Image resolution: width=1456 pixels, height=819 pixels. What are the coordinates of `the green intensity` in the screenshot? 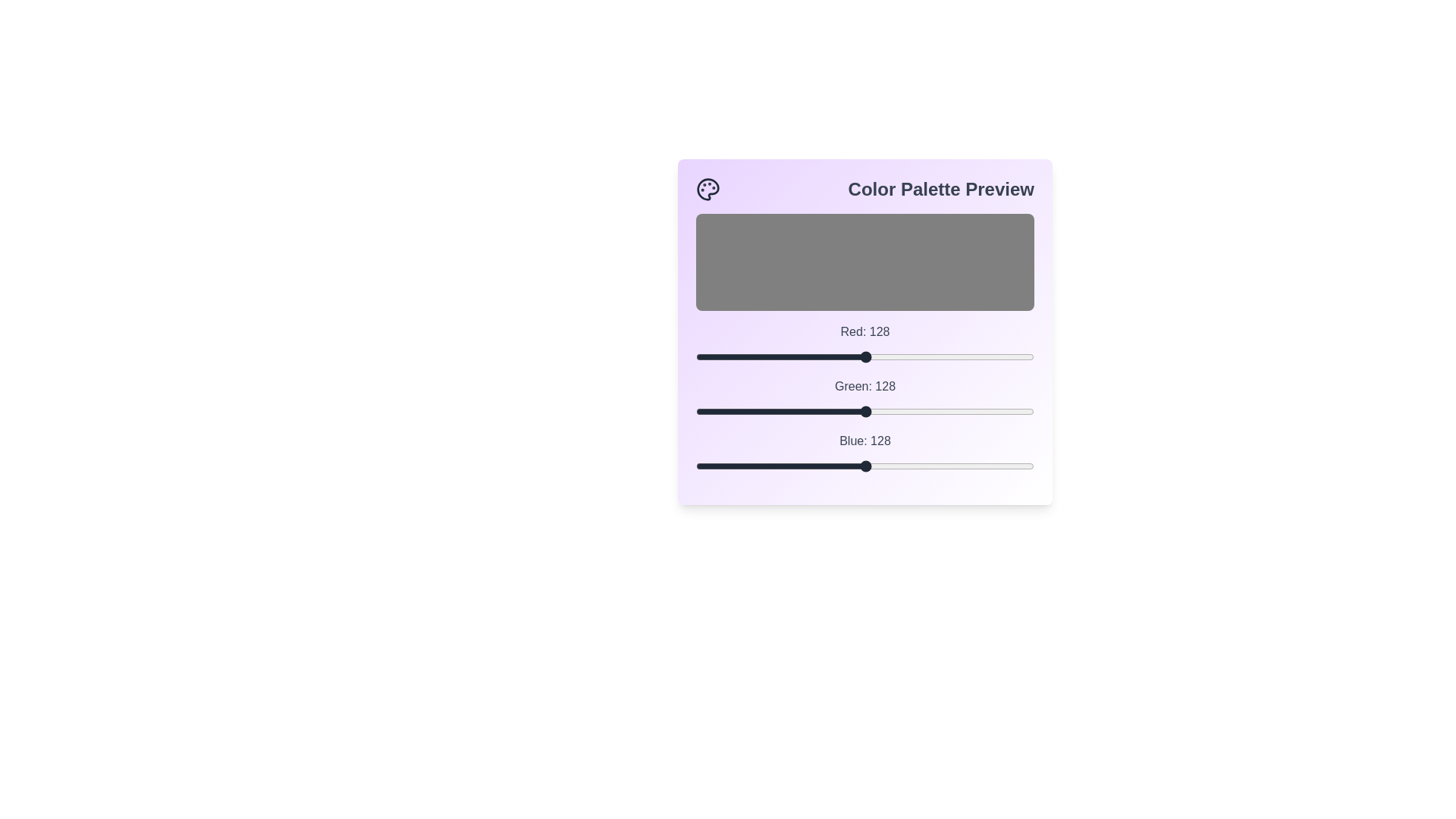 It's located at (715, 412).